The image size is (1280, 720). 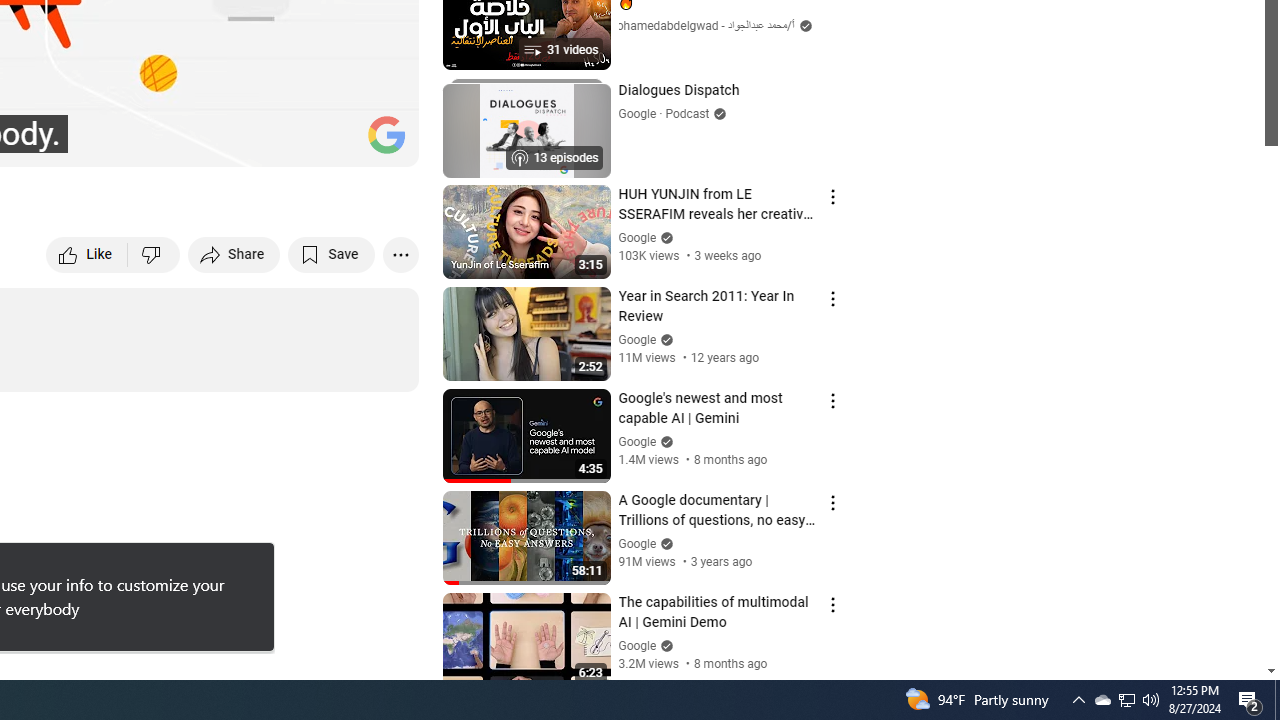 What do you see at coordinates (664, 645) in the screenshot?
I see `'Verified'` at bounding box center [664, 645].